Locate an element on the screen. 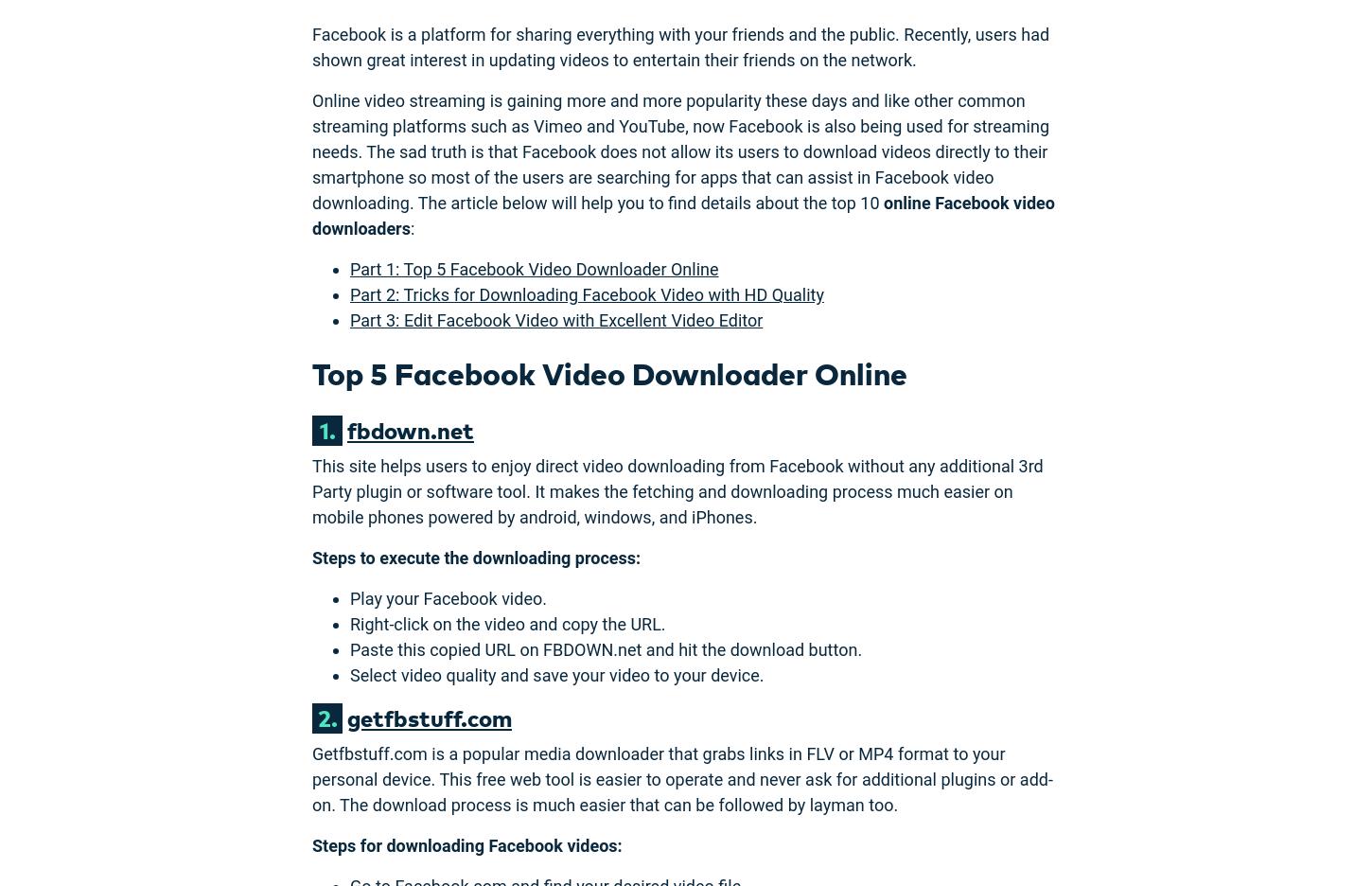 The image size is (1372, 886). 'This site helps users to enjoy direct video downloading from Facebook without any additional 3rd Party plugin or software tool. It makes the fetching and downloading process much easier on mobile phones powered by android, windows, and iPhones.' is located at coordinates (677, 490).